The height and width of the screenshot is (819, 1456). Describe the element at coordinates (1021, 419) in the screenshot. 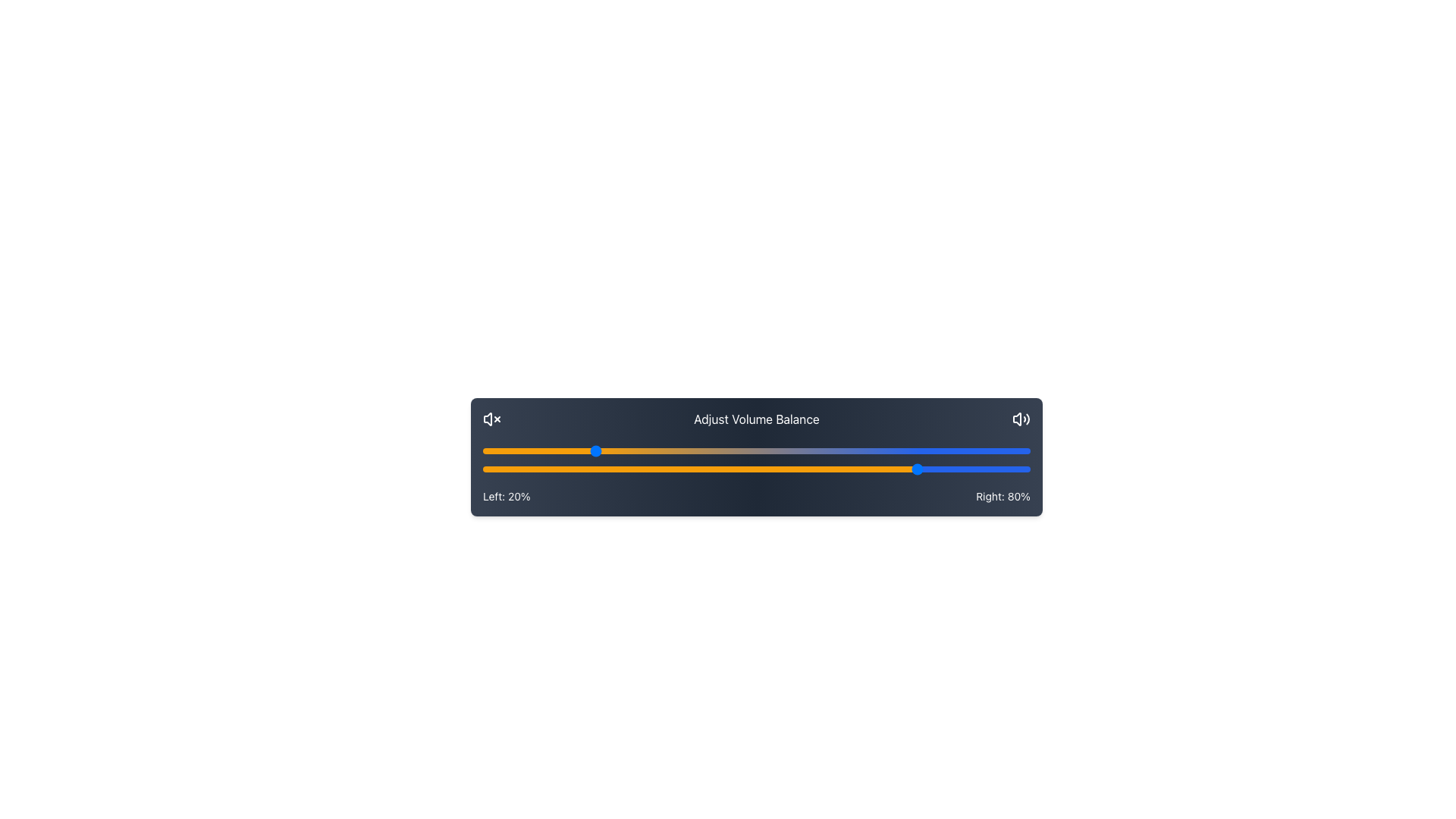

I see `the sound adjustment icon located at the end of the 'Adjust Volume Balance' title to modify sound settings` at that location.